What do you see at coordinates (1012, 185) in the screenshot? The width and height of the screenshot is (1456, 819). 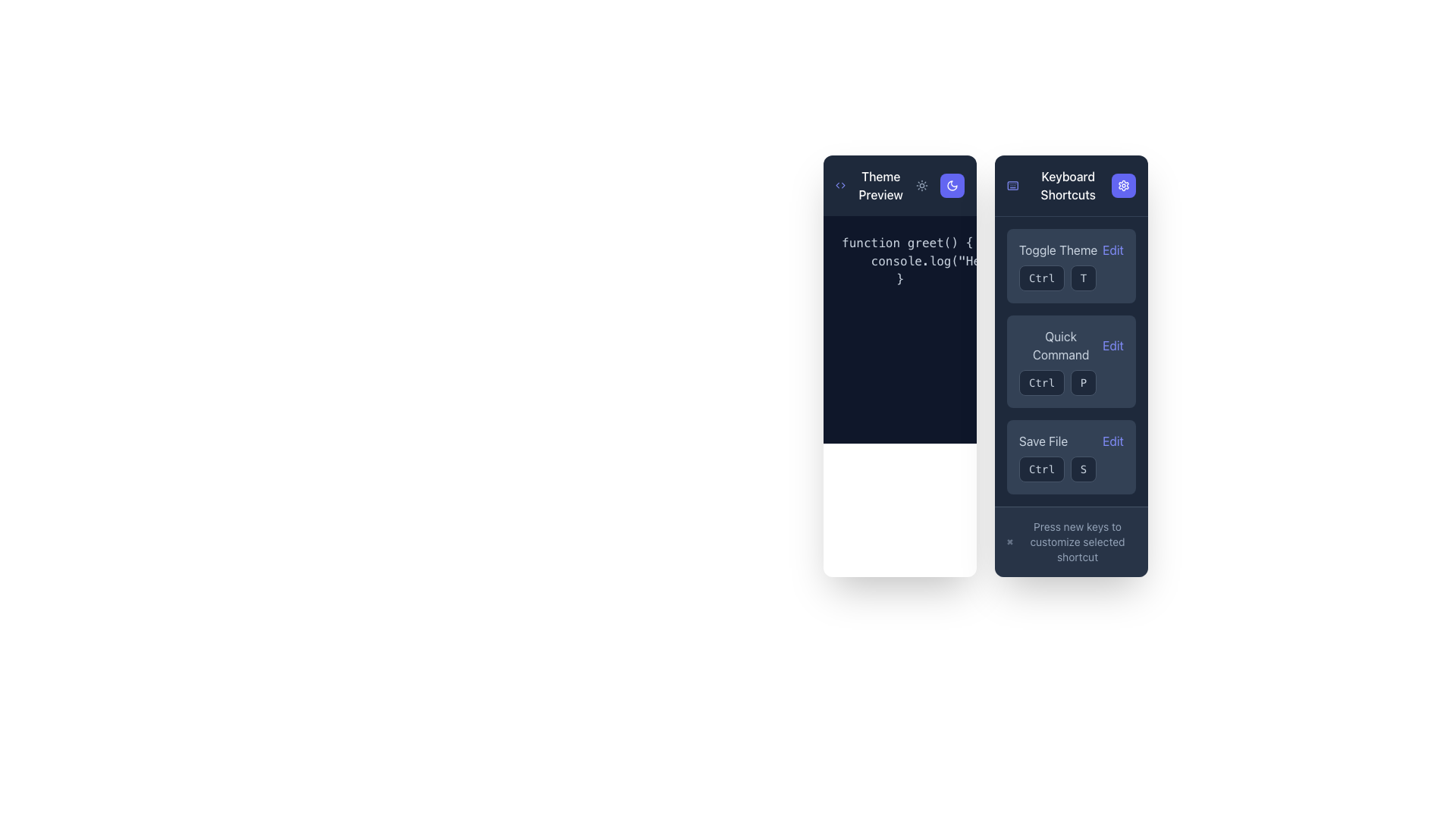 I see `the small rectangular outline with rounded corners, part of the keyboard icon located towards the upper left side of the 'Keyboard Shortcuts' header section` at bounding box center [1012, 185].